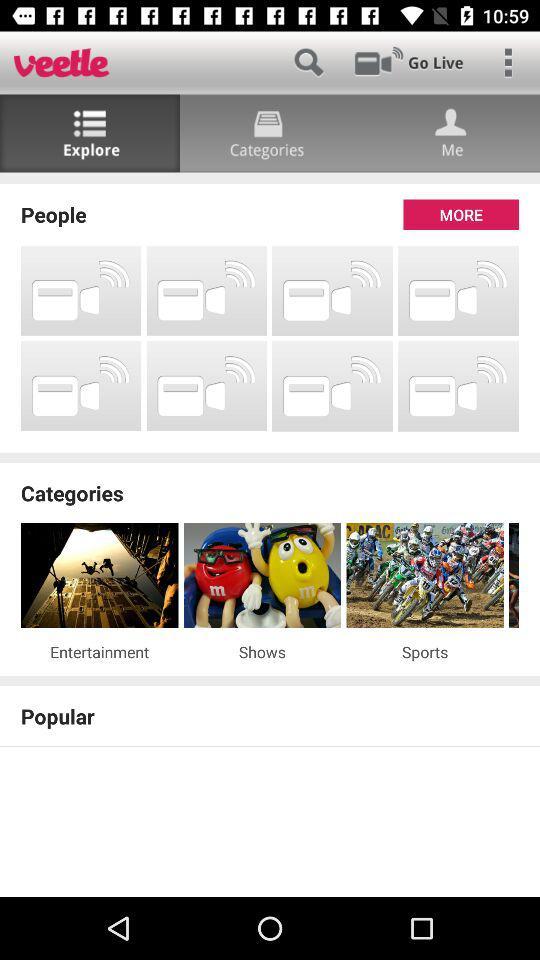  What do you see at coordinates (270, 492) in the screenshot?
I see `the categories icon` at bounding box center [270, 492].